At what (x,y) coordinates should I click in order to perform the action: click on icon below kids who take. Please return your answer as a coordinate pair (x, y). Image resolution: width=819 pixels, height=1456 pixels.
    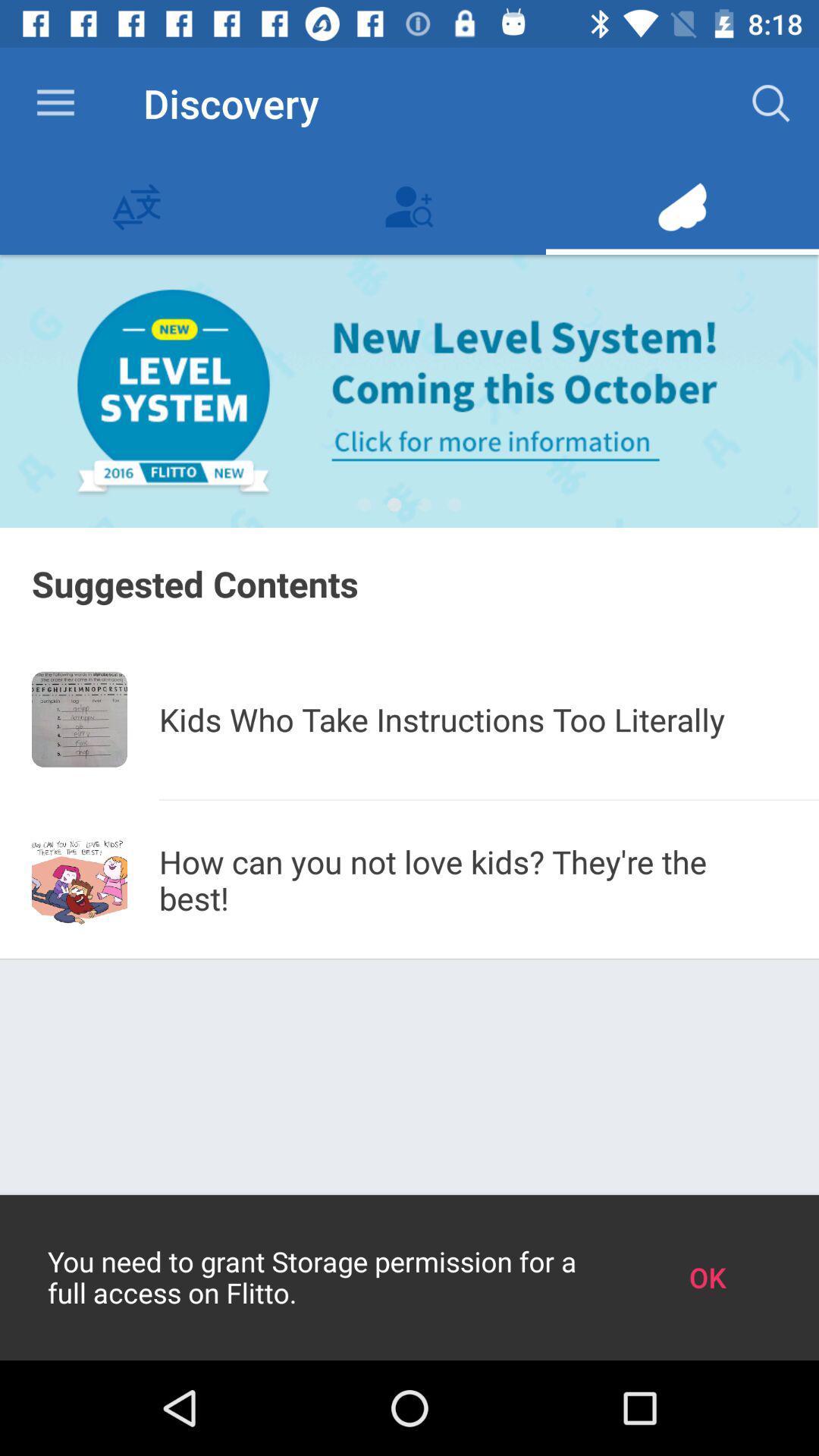
    Looking at the image, I should click on (488, 799).